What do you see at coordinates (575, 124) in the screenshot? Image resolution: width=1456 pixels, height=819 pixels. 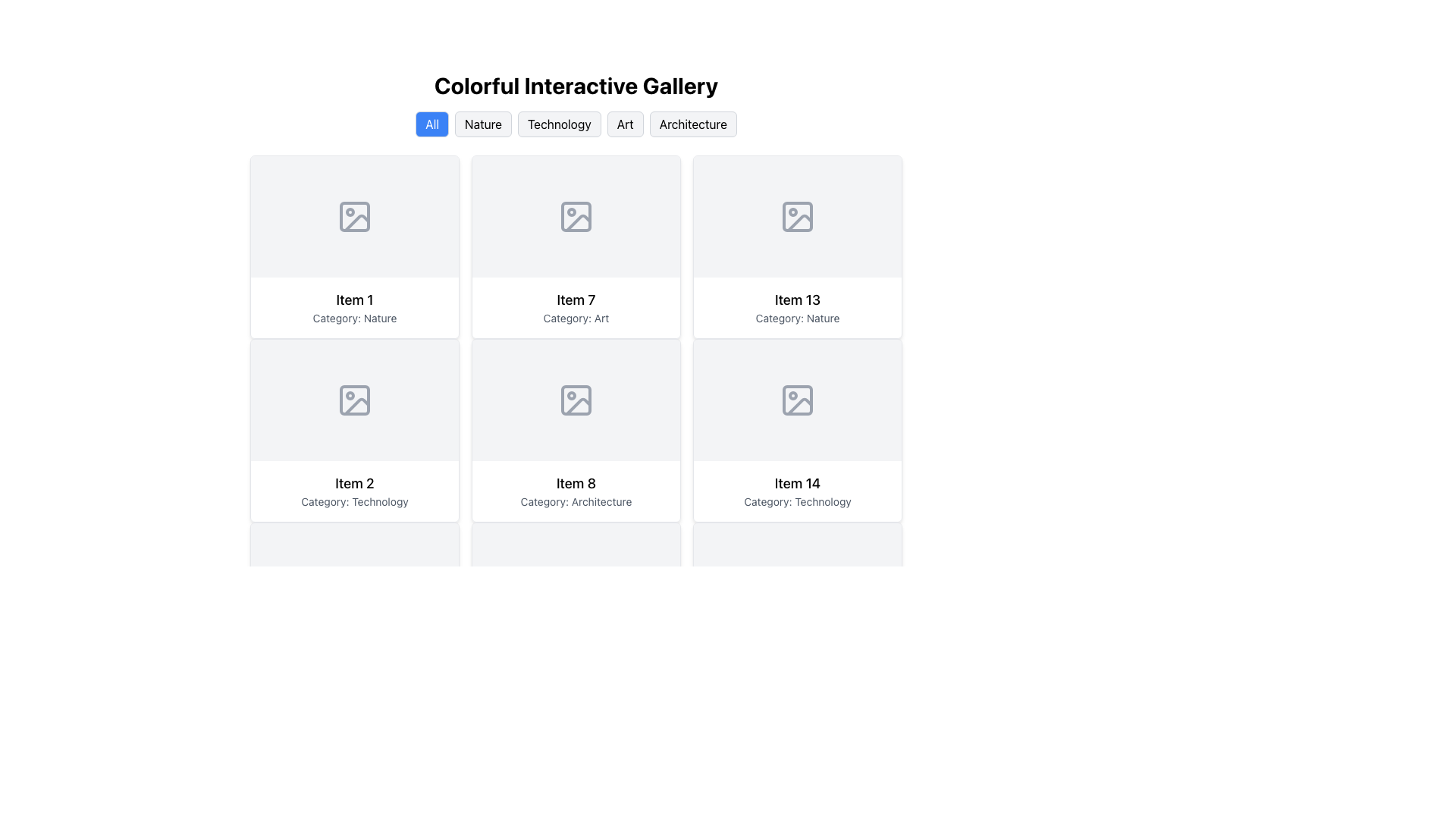 I see `the 'Technology' button, which is the third button in a row of five, featuring a light gray background and labeled with the text 'Technology'` at bounding box center [575, 124].